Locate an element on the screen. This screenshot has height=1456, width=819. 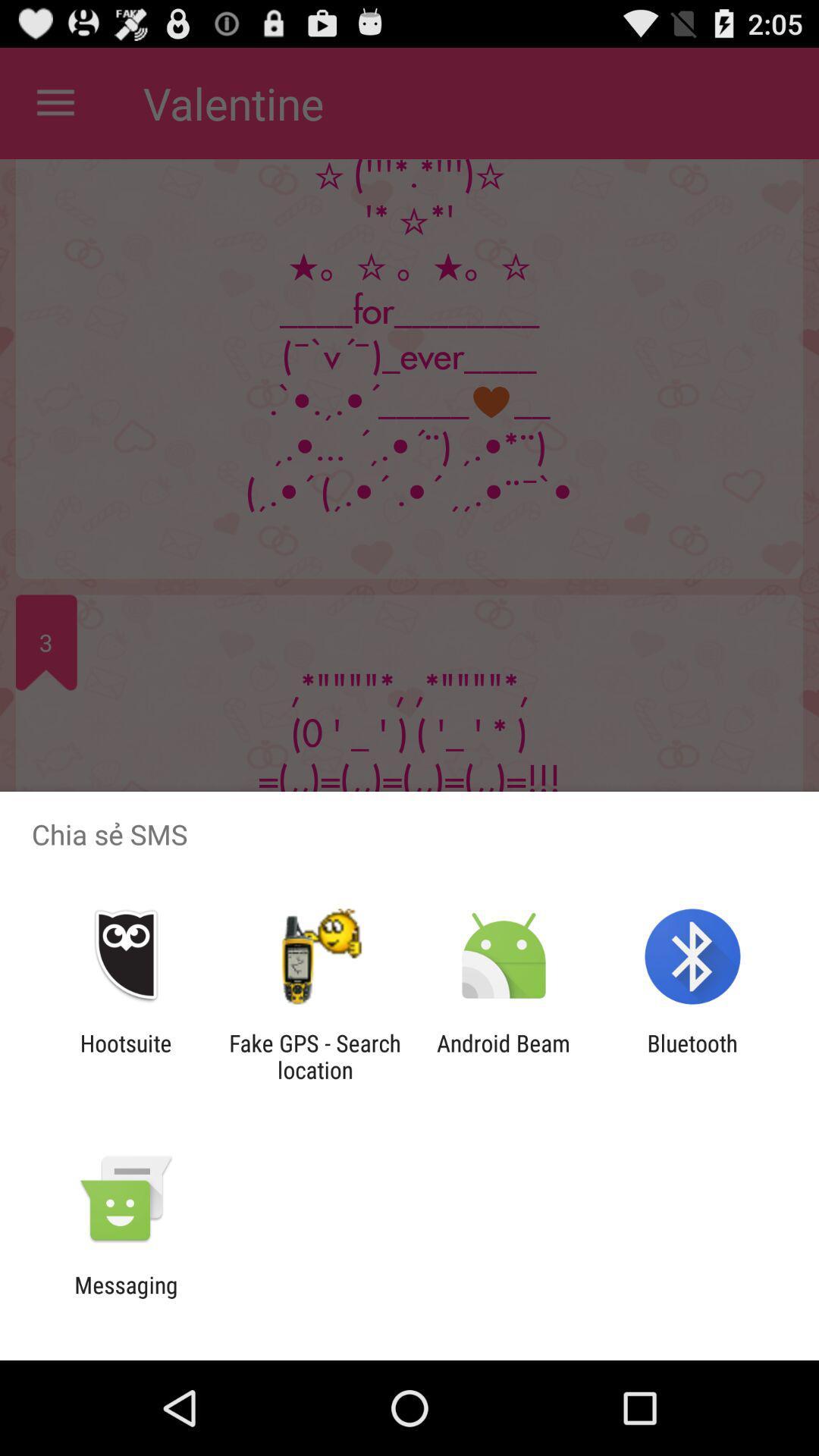
messaging item is located at coordinates (125, 1298).